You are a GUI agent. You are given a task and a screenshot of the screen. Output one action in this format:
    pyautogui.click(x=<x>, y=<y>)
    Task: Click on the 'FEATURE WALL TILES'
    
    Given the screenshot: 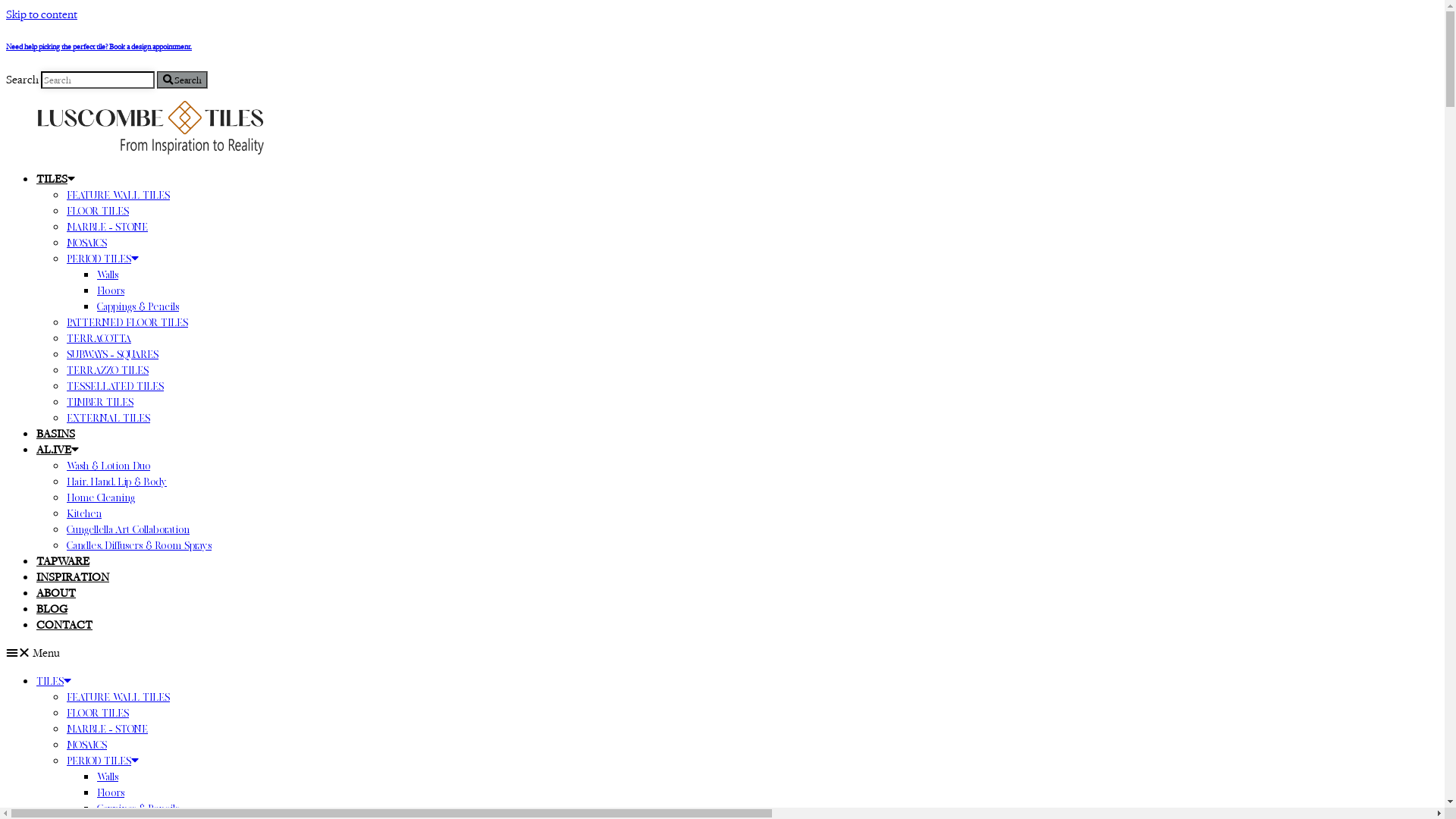 What is the action you would take?
    pyautogui.click(x=118, y=696)
    